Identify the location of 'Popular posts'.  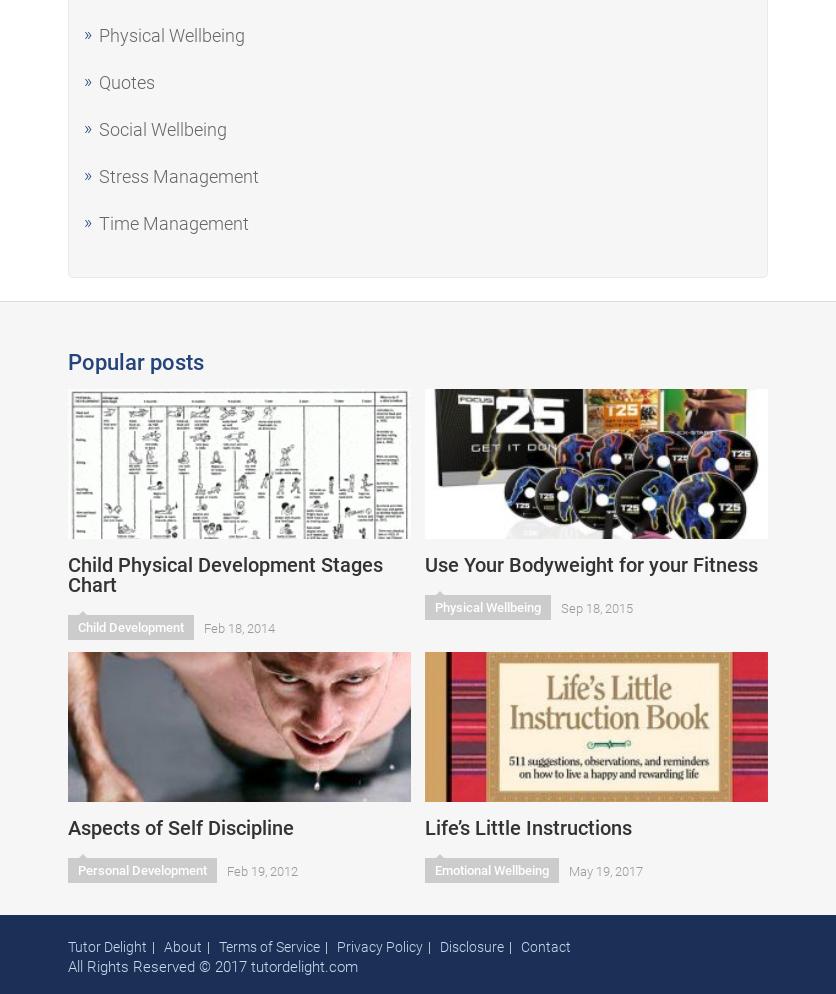
(135, 362).